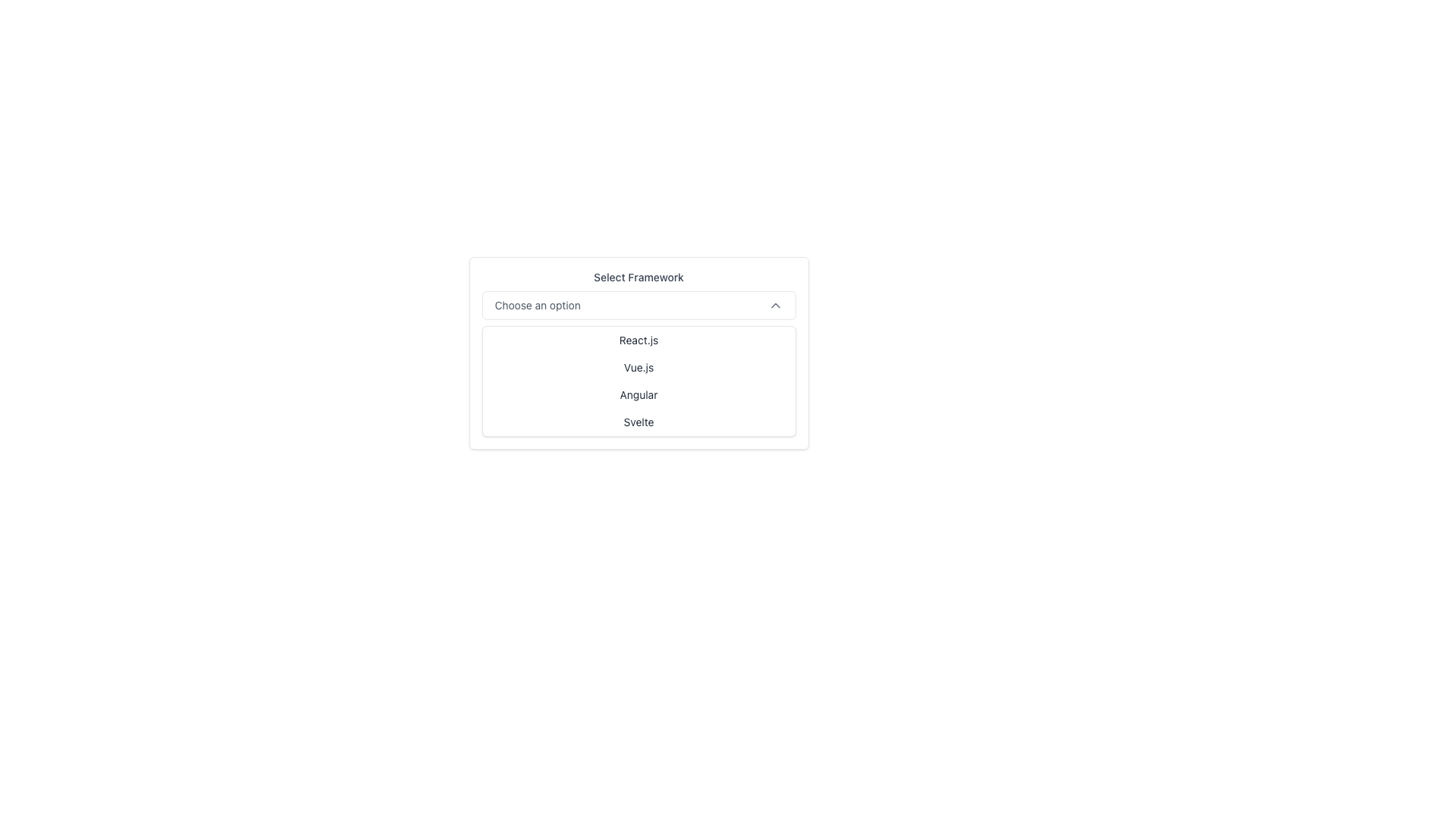  Describe the element at coordinates (639, 422) in the screenshot. I see `the selectable menu item labeled 'Svelte', which is the last option in the dropdown menu` at that location.